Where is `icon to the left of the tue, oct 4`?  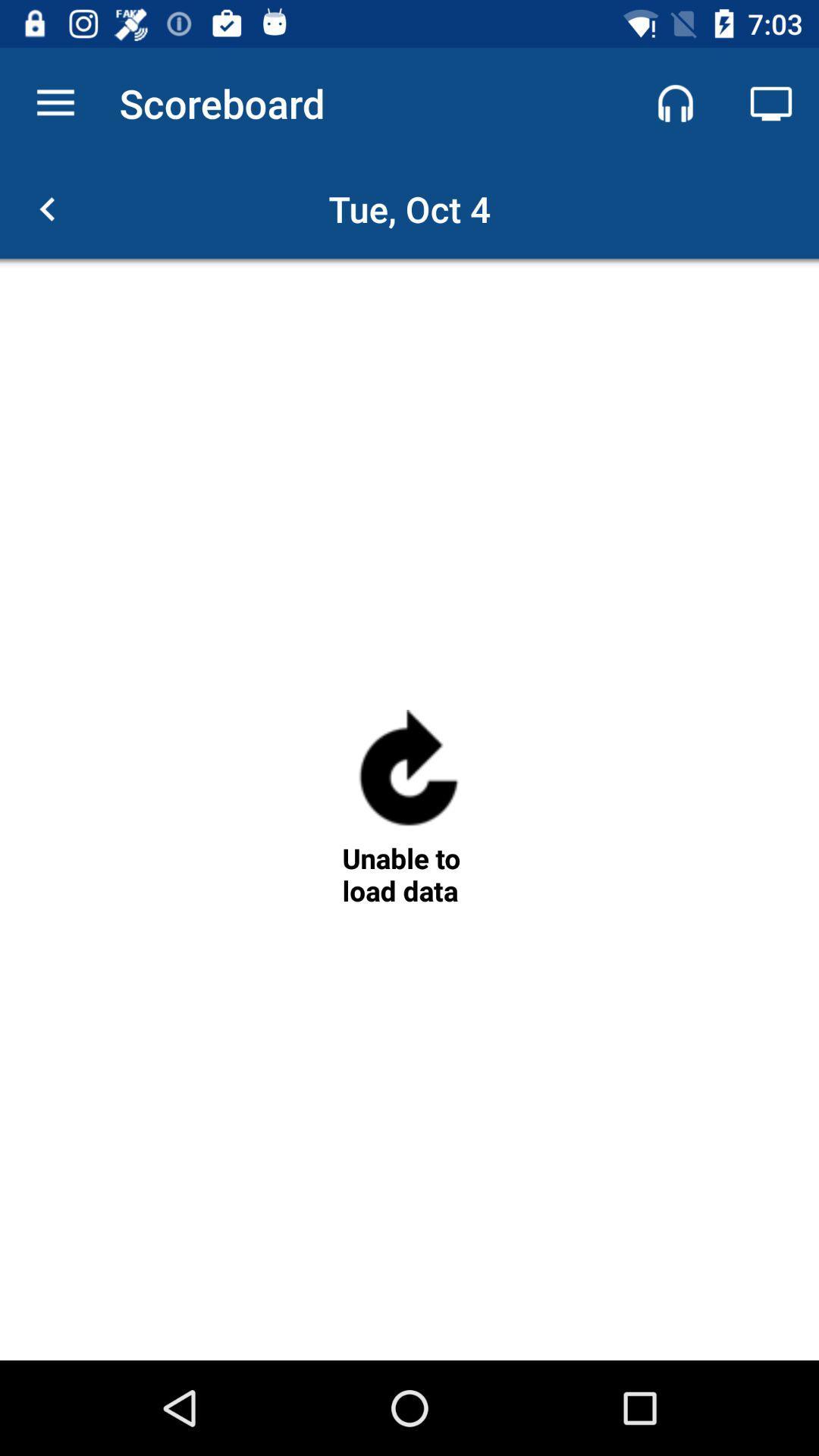 icon to the left of the tue, oct 4 is located at coordinates (46, 208).